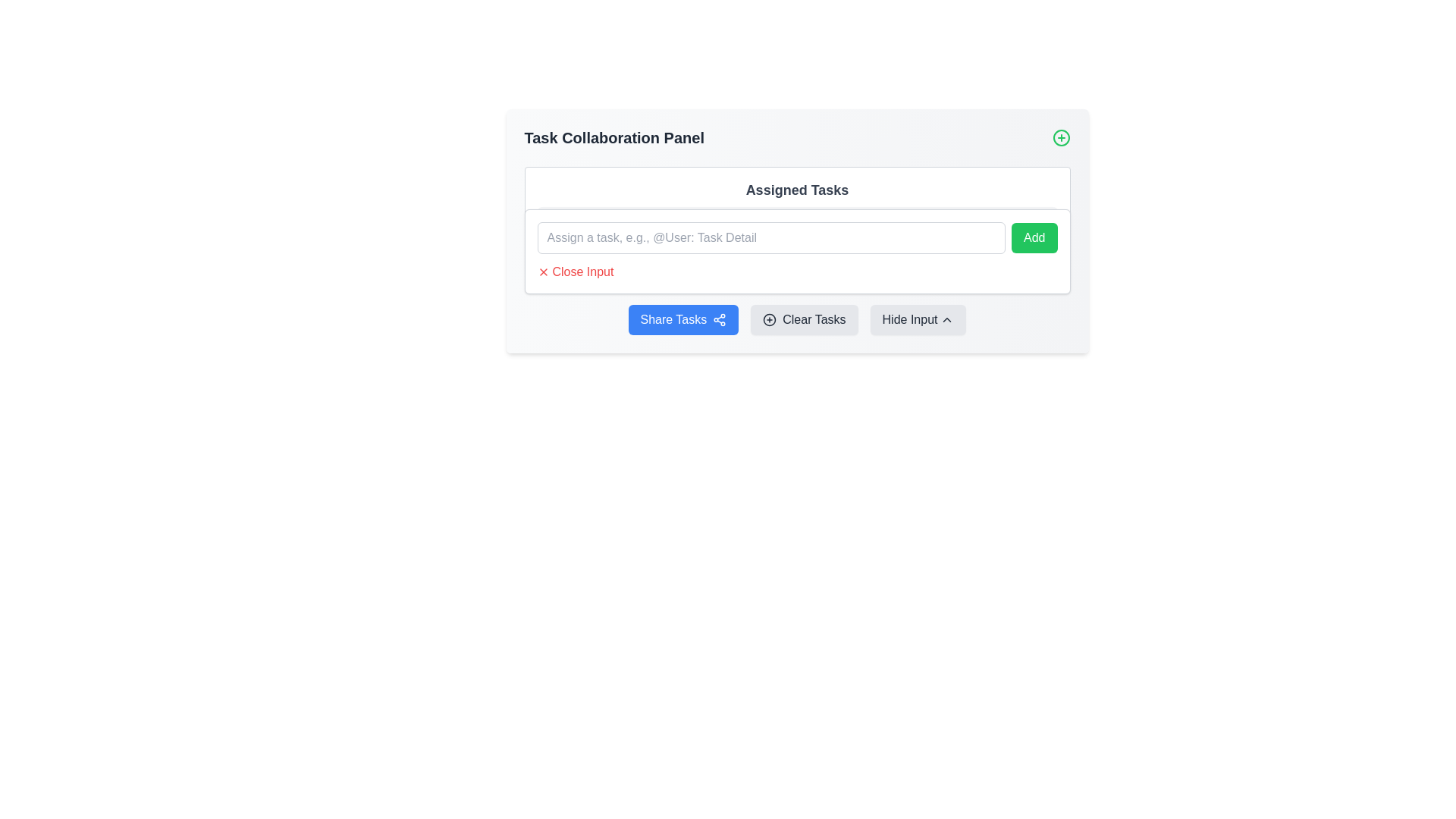 Image resolution: width=1456 pixels, height=819 pixels. What do you see at coordinates (796, 189) in the screenshot?
I see `the 'Assigned Tasks' text label or heading, which is styled in a bold, large dark gray font and serves as a header for the tasks list` at bounding box center [796, 189].